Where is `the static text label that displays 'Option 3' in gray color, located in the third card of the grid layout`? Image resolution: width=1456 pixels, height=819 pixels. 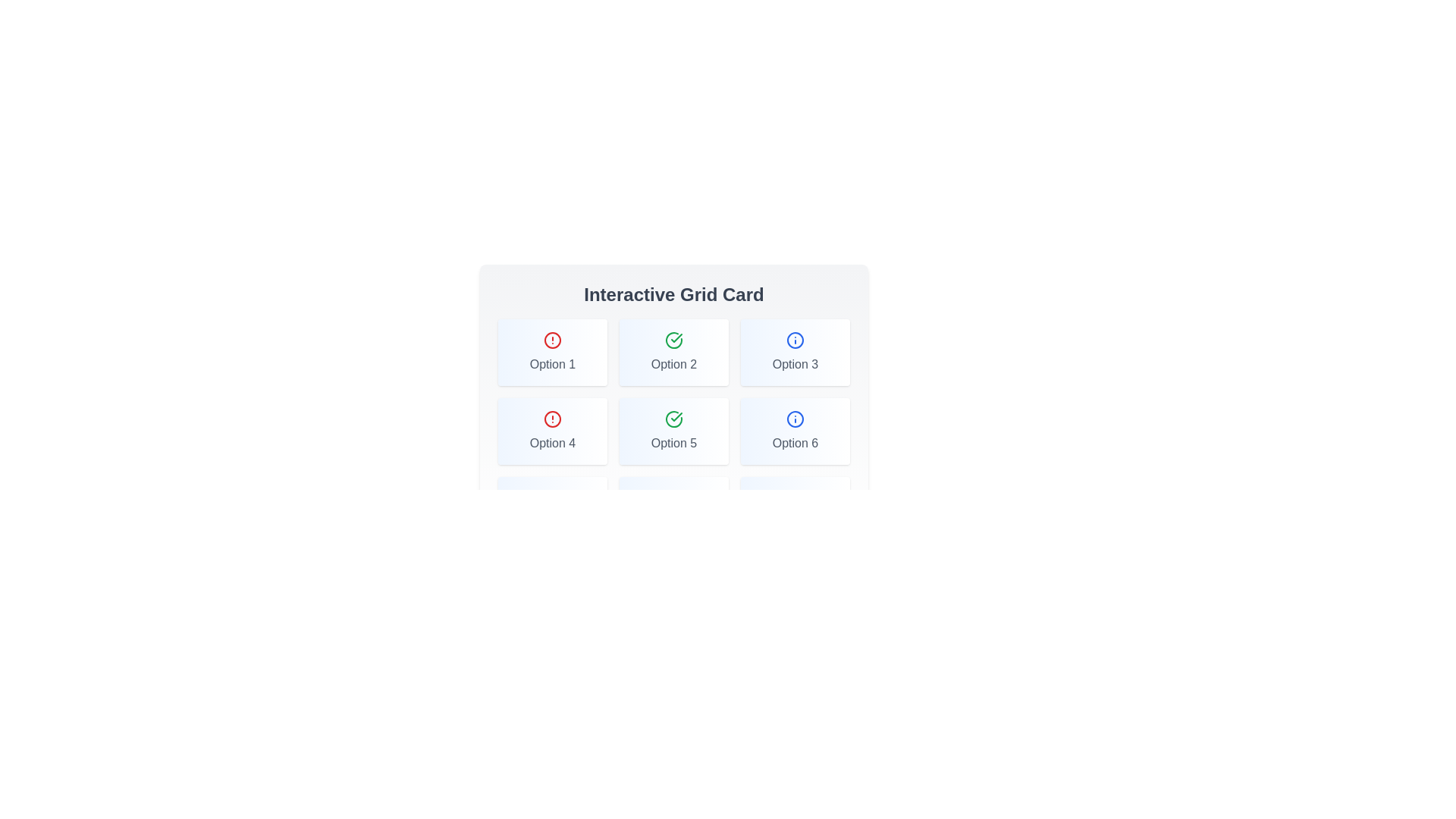 the static text label that displays 'Option 3' in gray color, located in the third card of the grid layout is located at coordinates (795, 365).